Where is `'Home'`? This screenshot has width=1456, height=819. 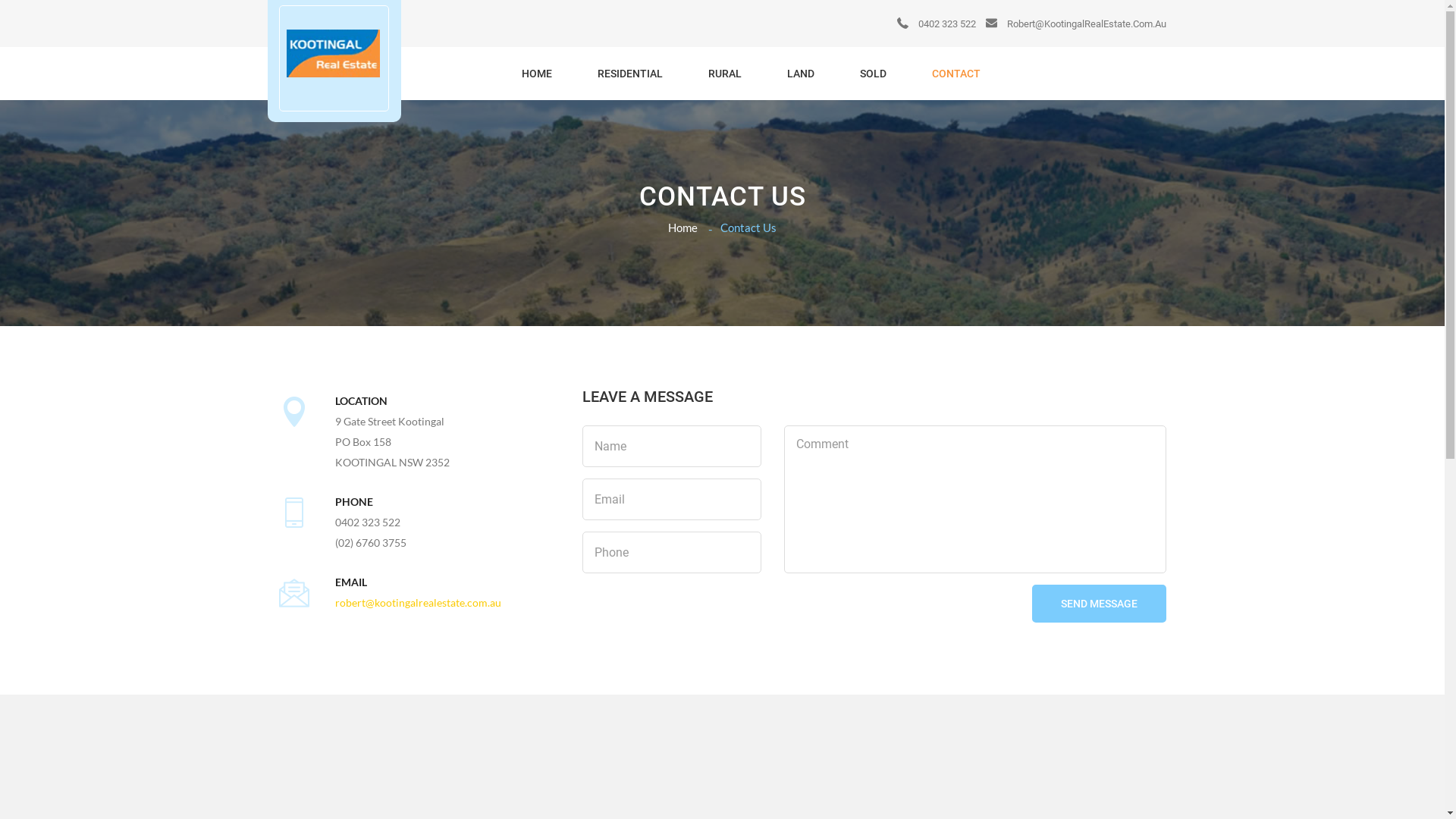
'Home' is located at coordinates (682, 227).